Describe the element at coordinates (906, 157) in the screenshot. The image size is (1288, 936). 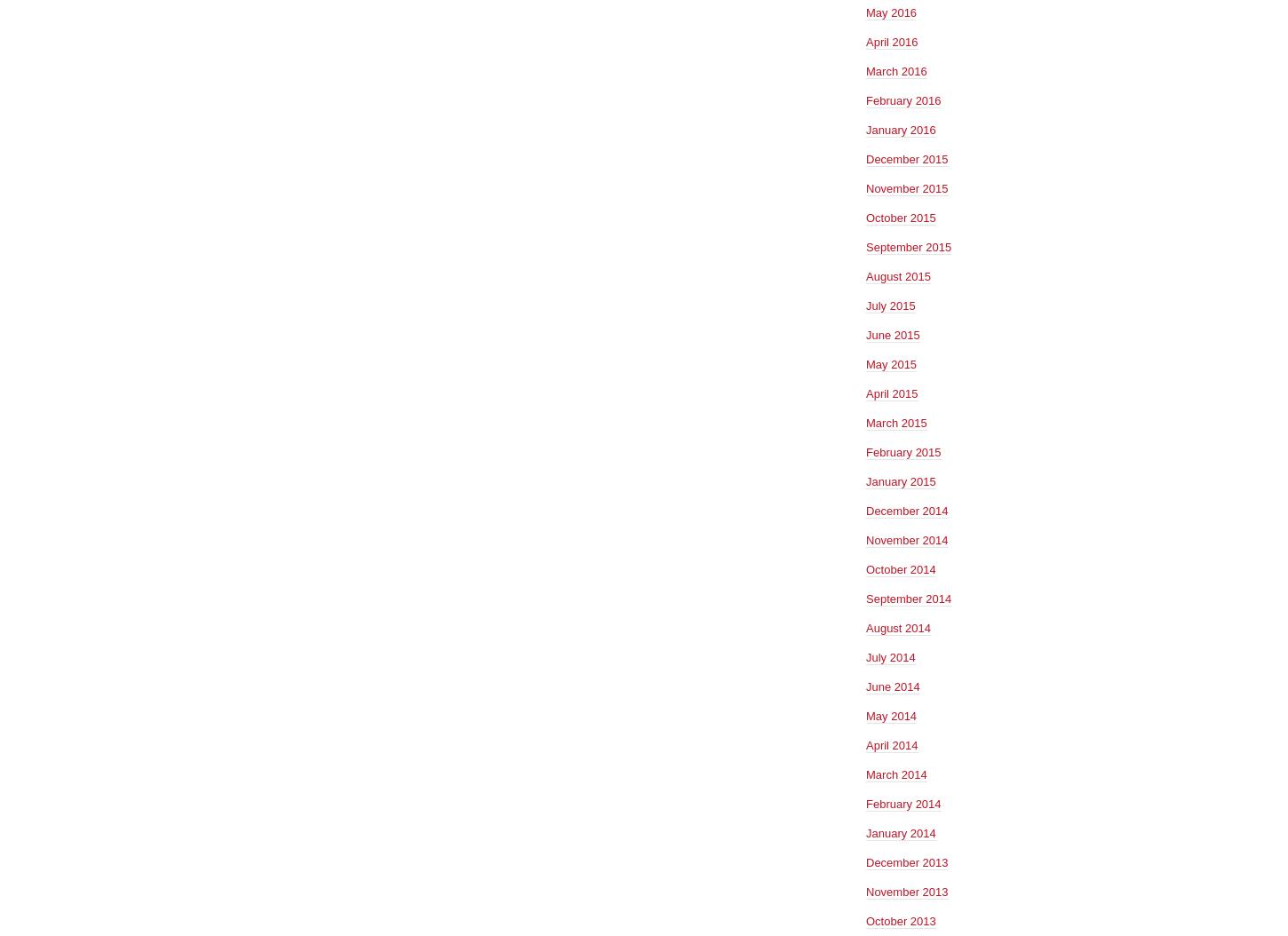
I see `'December 2015'` at that location.